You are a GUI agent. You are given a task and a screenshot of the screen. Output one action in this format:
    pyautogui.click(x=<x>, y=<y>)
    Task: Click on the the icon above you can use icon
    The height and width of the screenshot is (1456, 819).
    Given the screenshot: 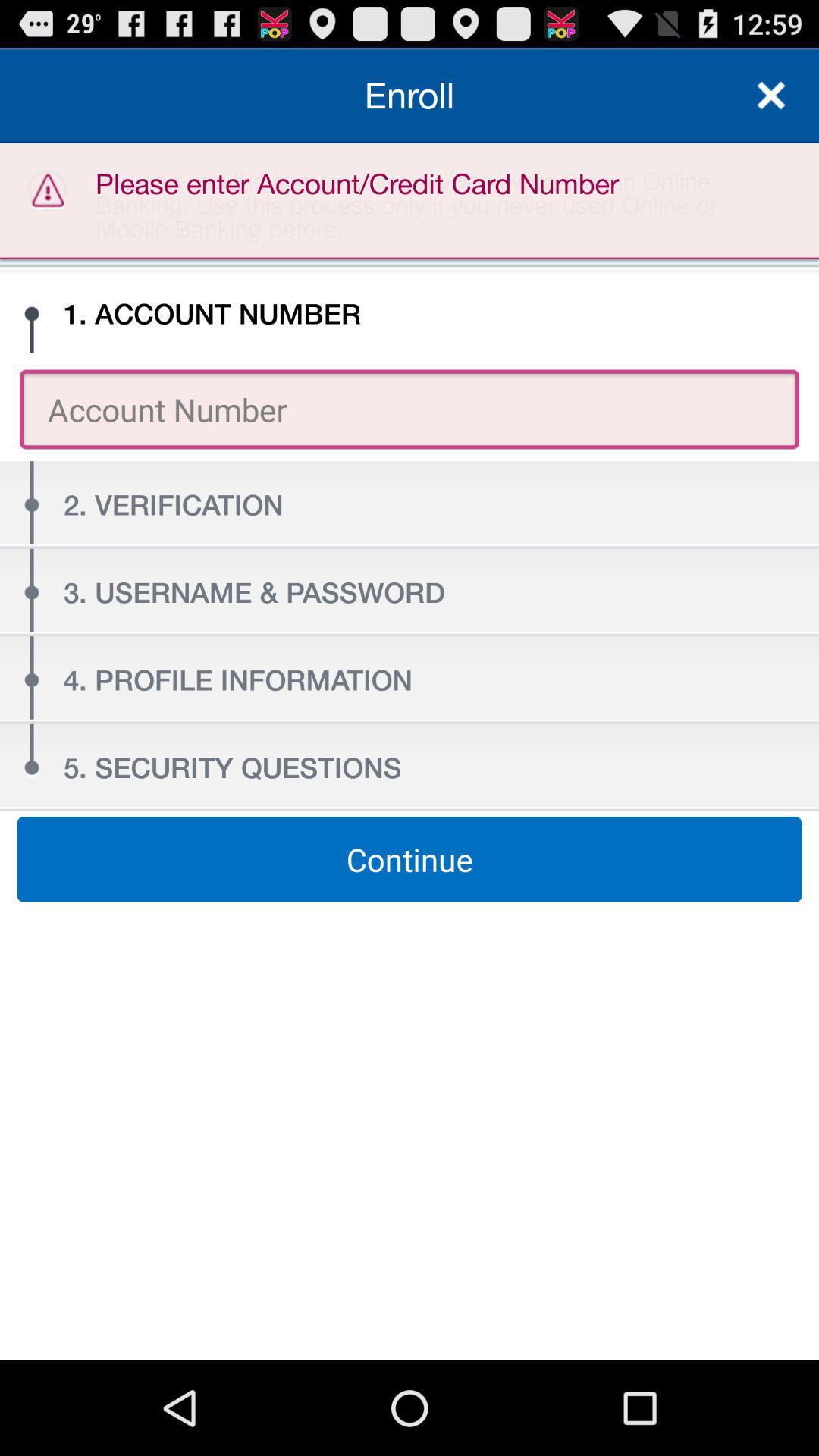 What is the action you would take?
    pyautogui.click(x=771, y=94)
    